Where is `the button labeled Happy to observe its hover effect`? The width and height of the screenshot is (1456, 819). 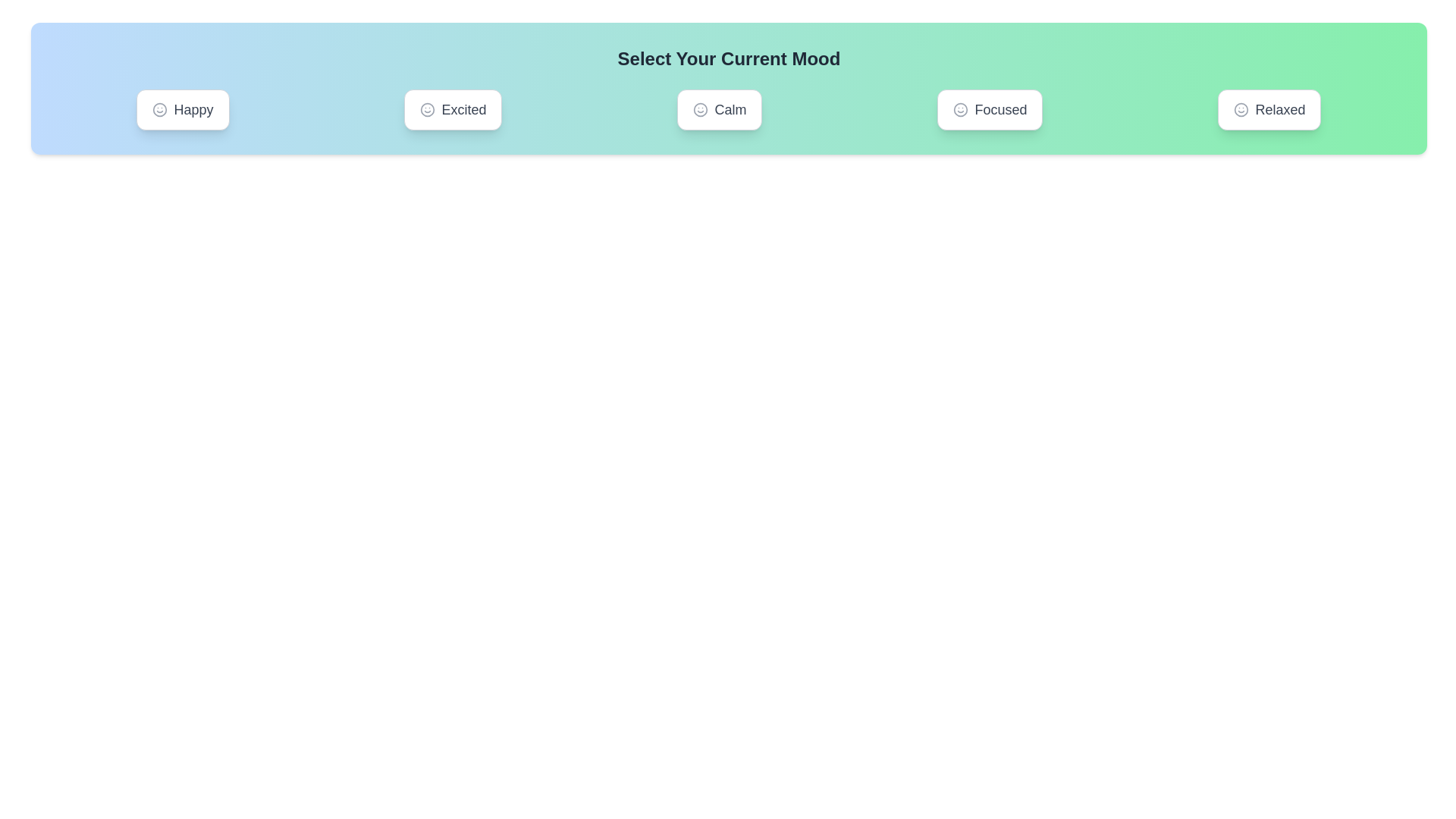
the button labeled Happy to observe its hover effect is located at coordinates (182, 109).